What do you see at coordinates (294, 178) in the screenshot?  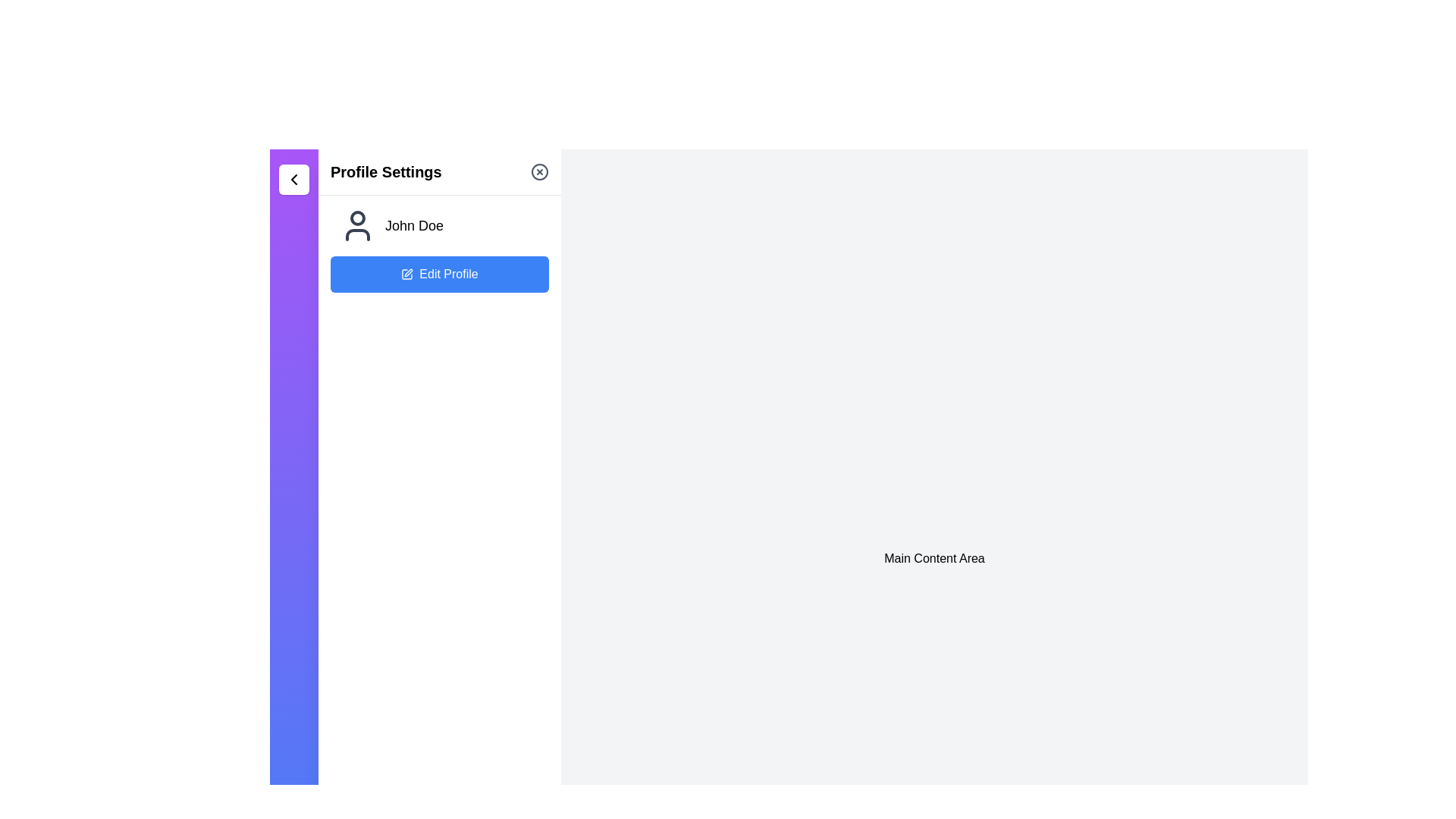 I see `the chevron icon button located in the top-left corner of the interface within the sidebar, just above the 'Profile Settings' section` at bounding box center [294, 178].